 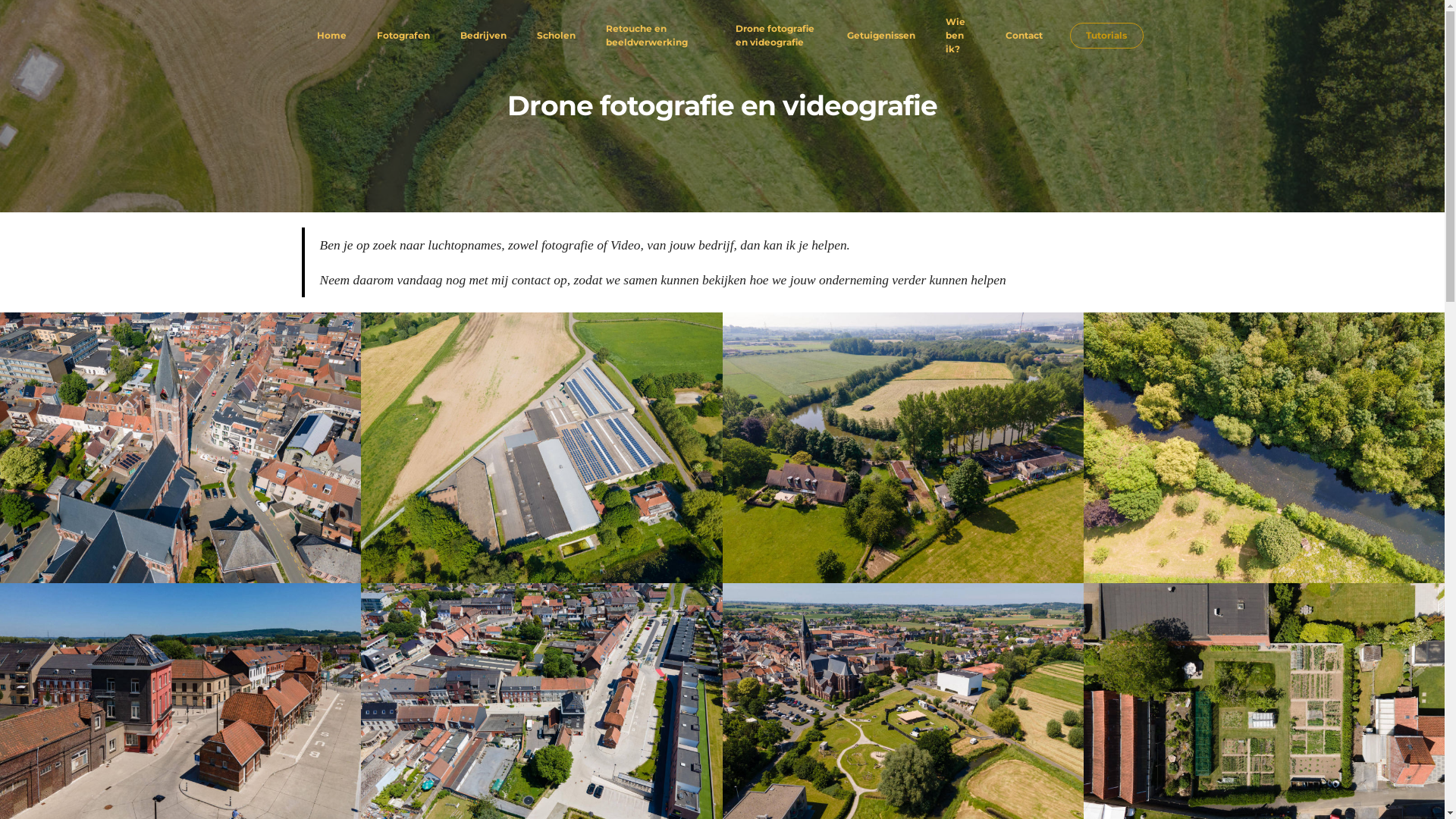 I want to click on 'Getuigenissen', so click(x=880, y=34).